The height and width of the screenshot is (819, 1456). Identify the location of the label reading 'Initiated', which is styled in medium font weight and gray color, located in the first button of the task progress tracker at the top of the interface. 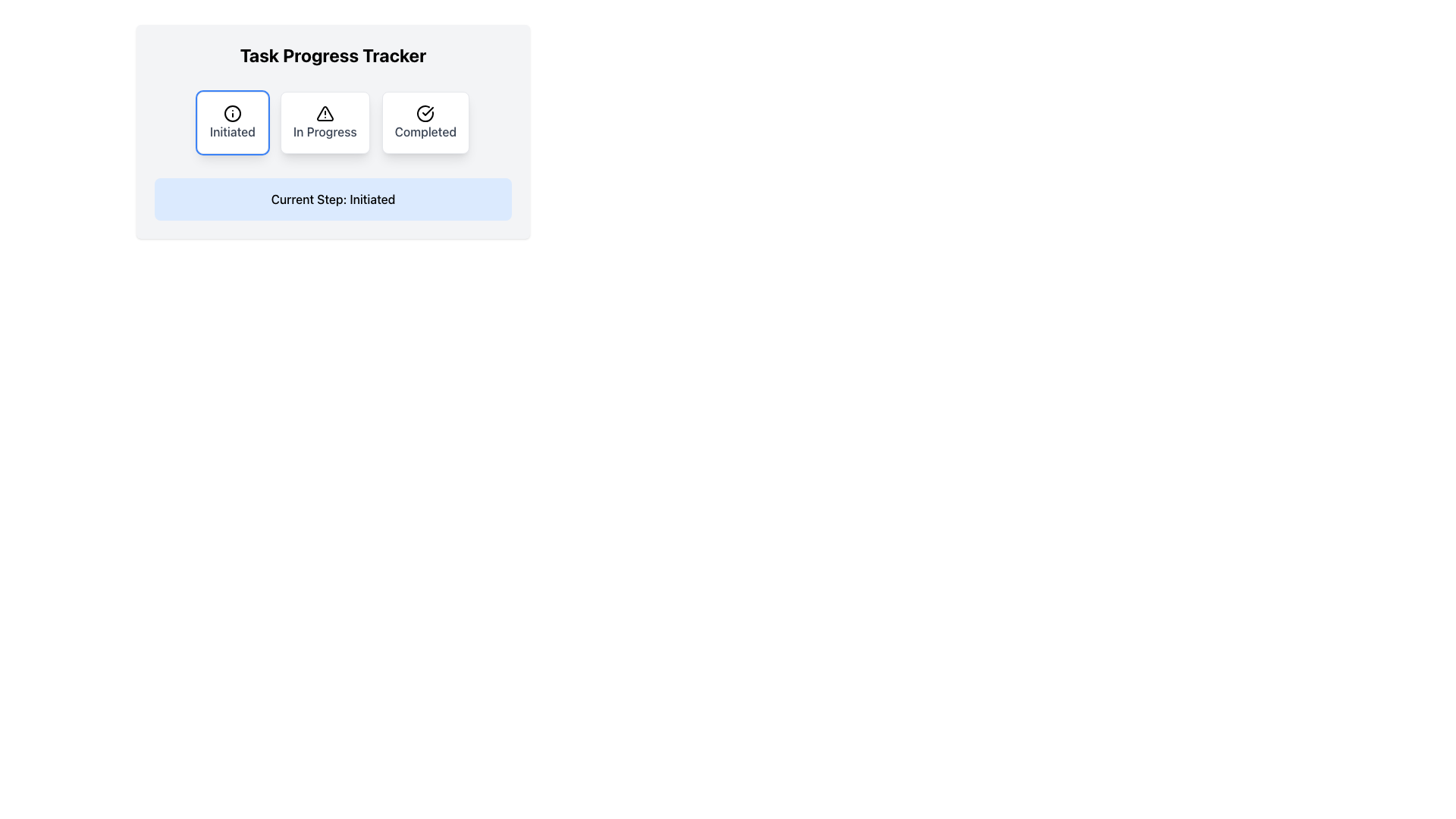
(232, 130).